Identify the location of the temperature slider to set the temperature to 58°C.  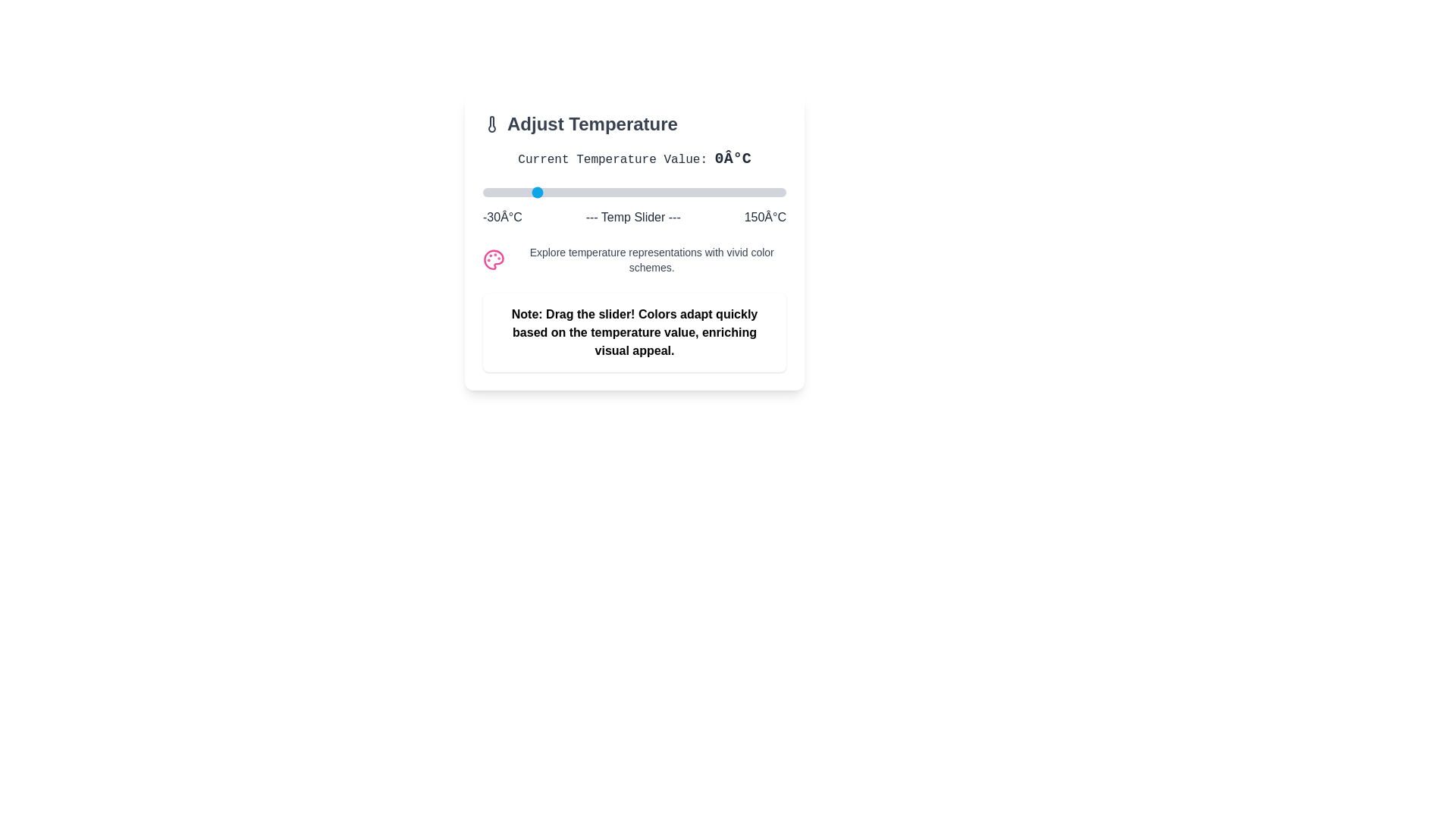
(631, 192).